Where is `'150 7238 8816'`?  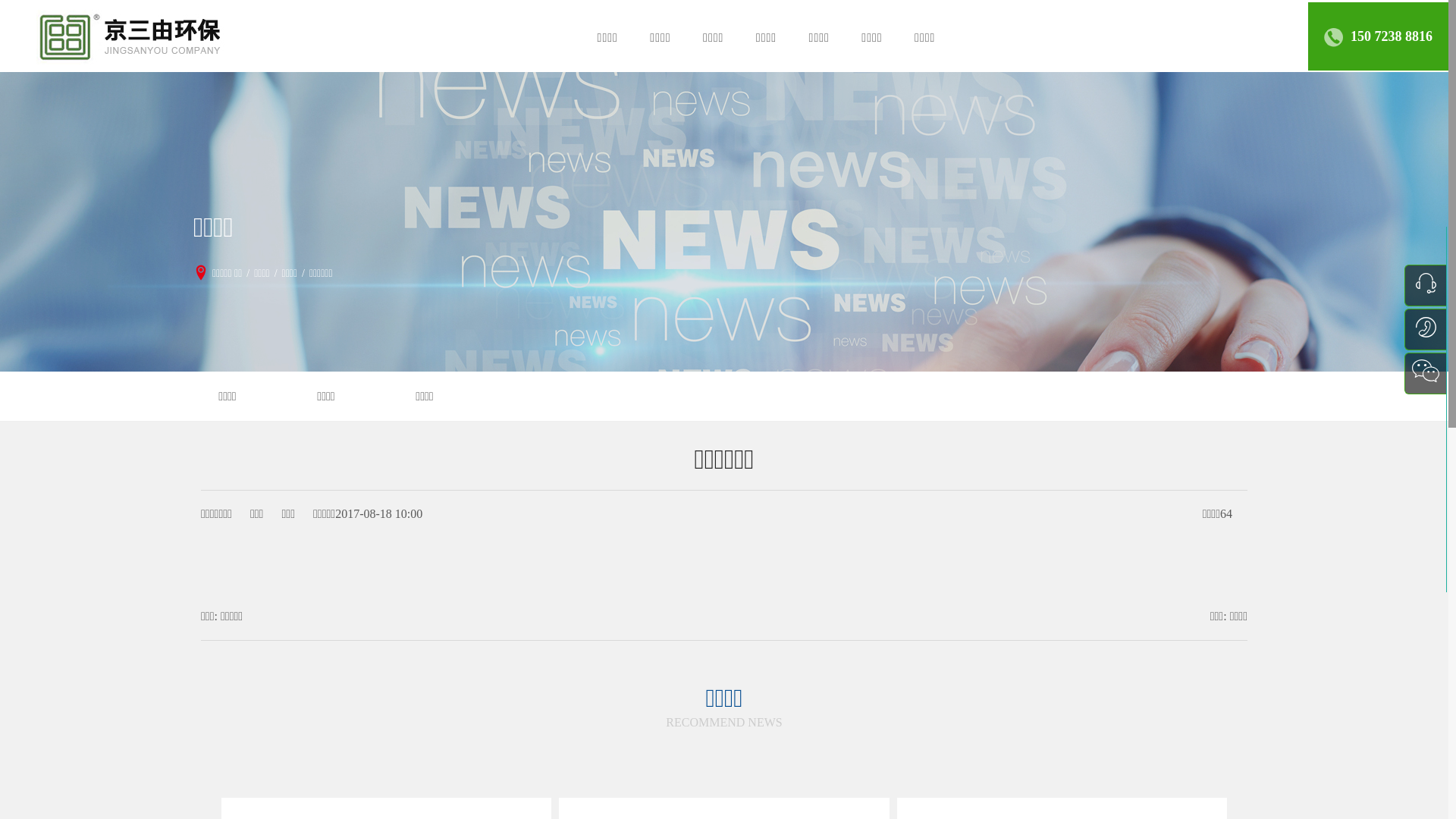
'150 7238 8816' is located at coordinates (1391, 34).